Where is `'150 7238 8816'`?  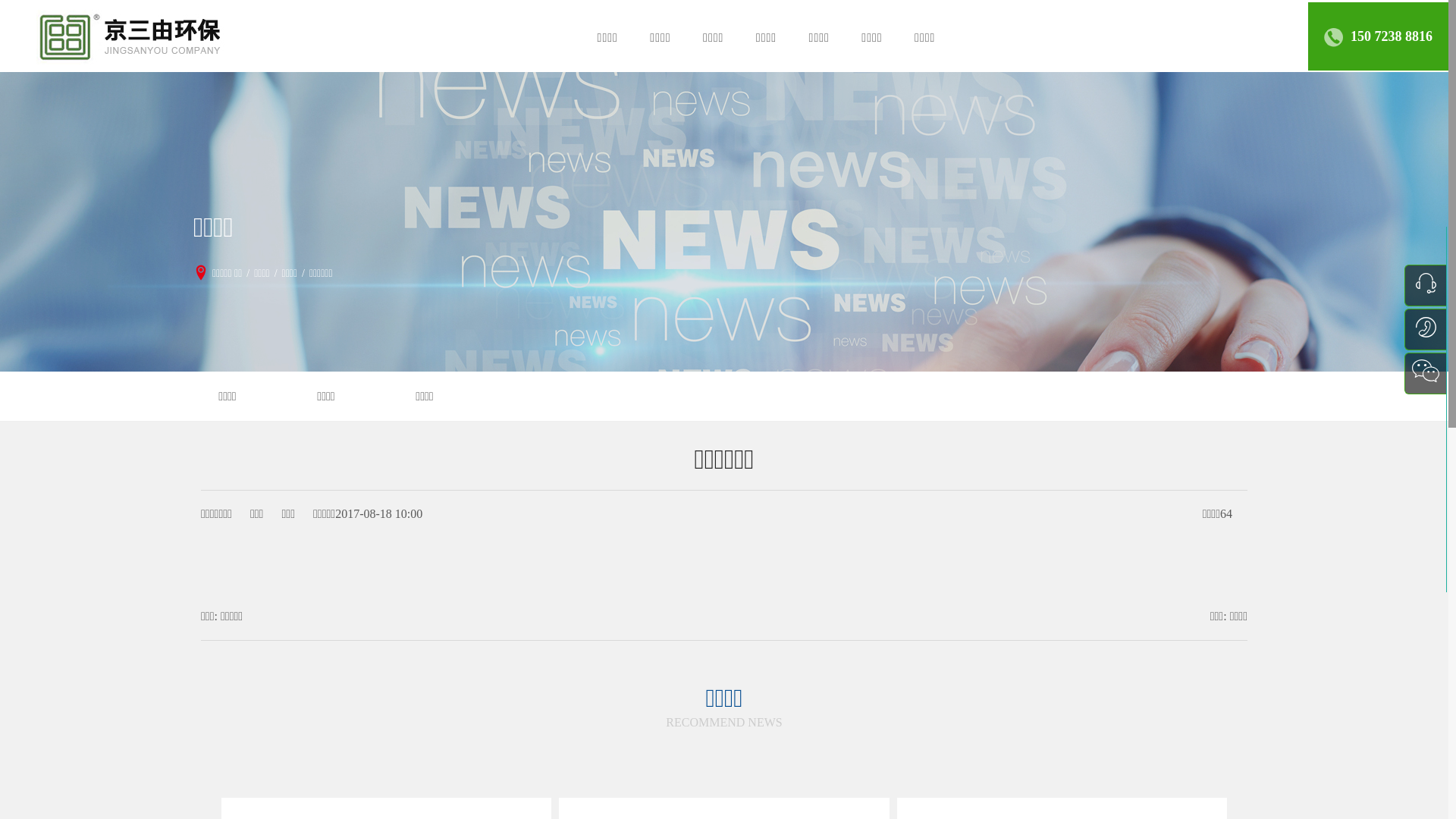
'150 7238 8816' is located at coordinates (1391, 34).